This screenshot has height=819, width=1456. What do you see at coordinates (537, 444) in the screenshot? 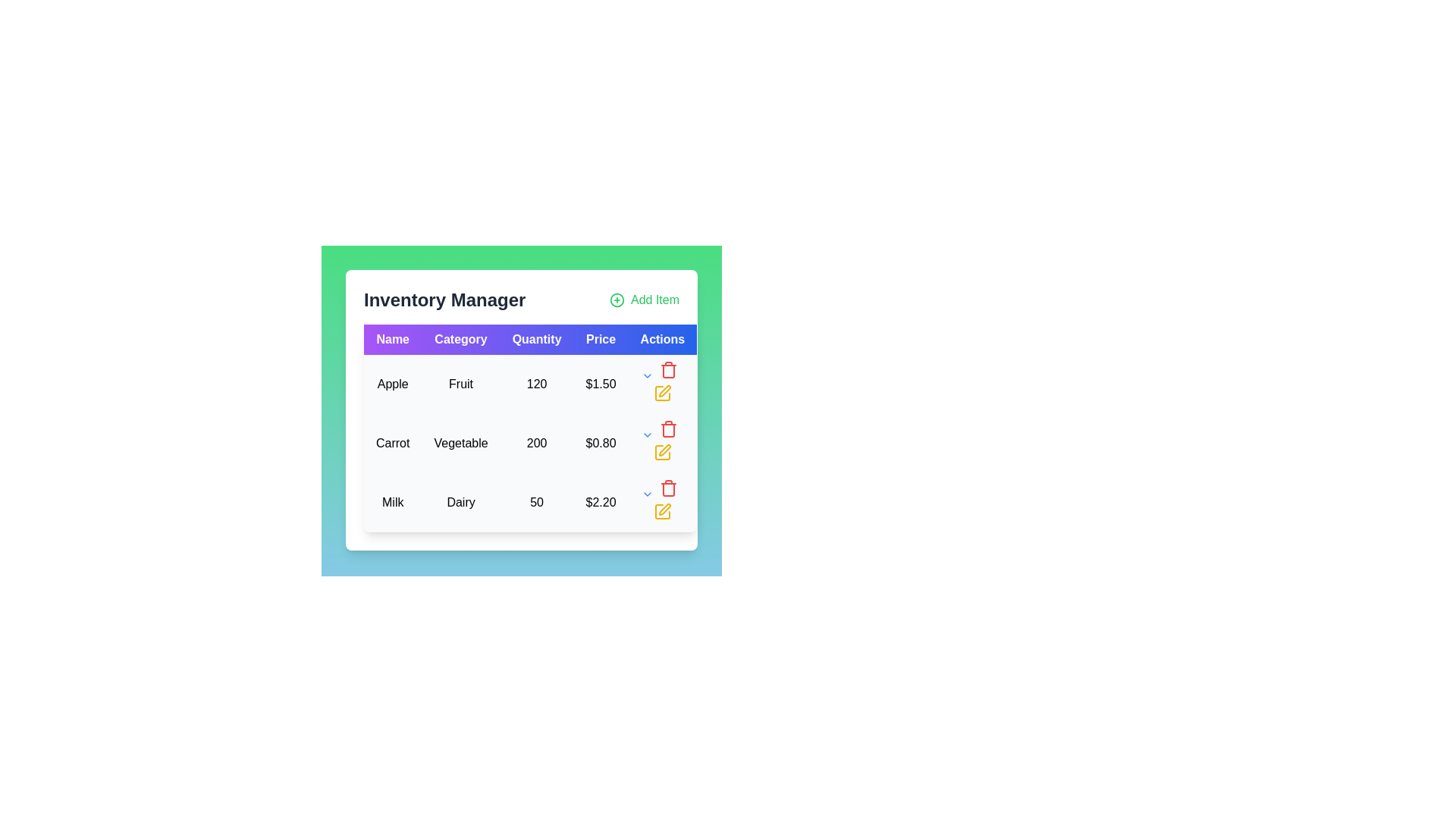
I see `text label displaying '200' in the third column of the second row under the header 'Inventory Manager'` at bounding box center [537, 444].